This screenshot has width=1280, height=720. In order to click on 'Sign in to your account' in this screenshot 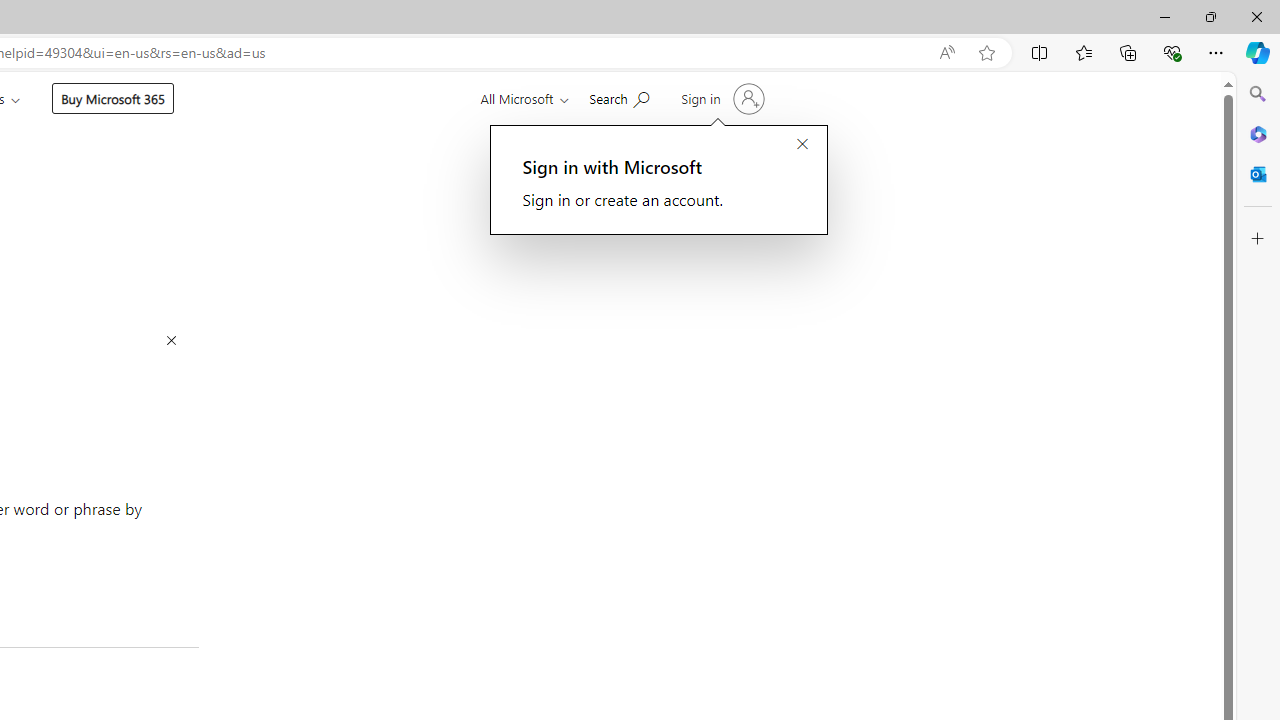, I will do `click(720, 99)`.